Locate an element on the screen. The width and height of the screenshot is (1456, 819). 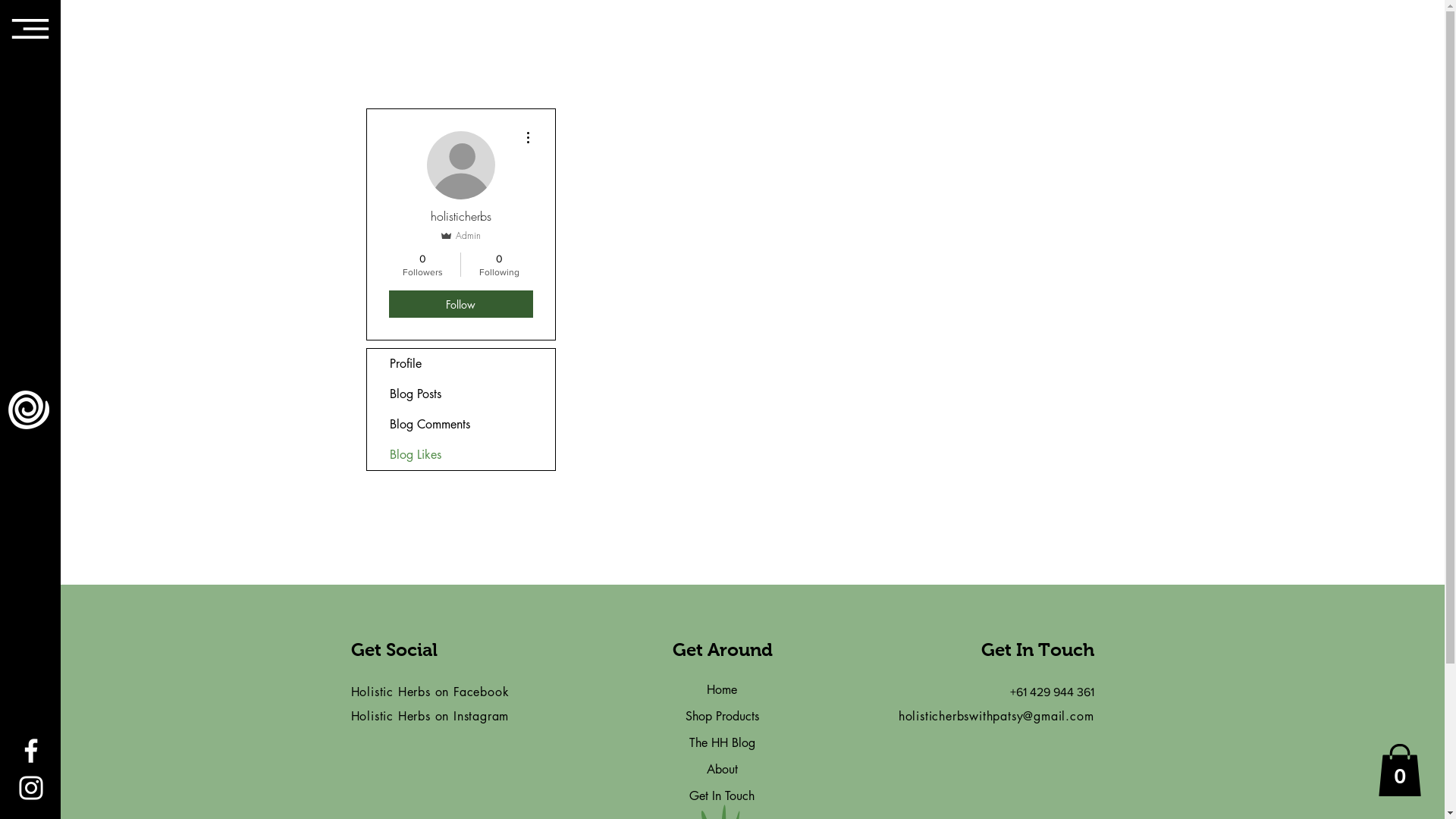
'Shop Products' is located at coordinates (721, 716).